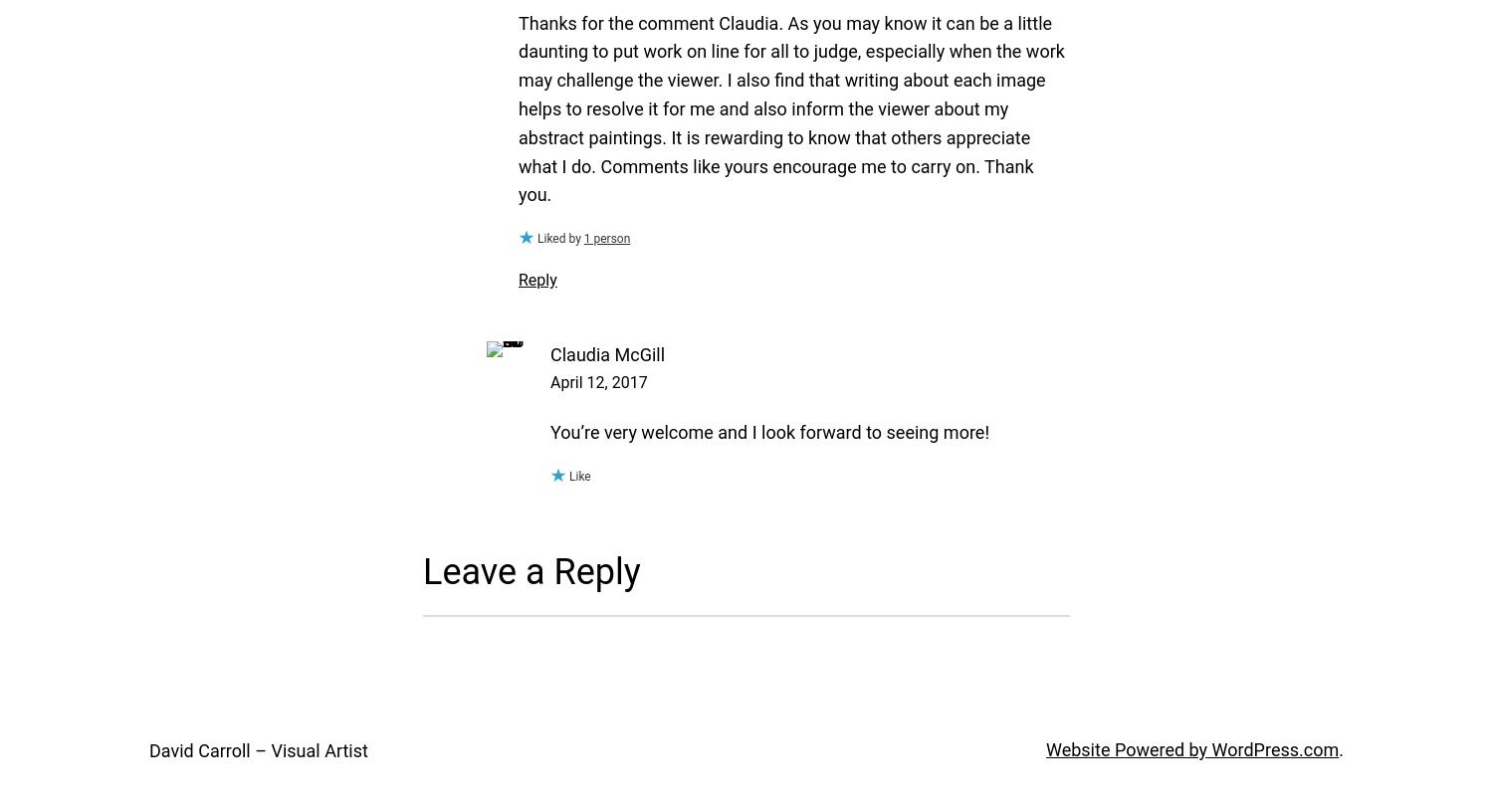 Image resolution: width=1493 pixels, height=812 pixels. Describe the element at coordinates (606, 353) in the screenshot. I see `'Claudia McGill'` at that location.